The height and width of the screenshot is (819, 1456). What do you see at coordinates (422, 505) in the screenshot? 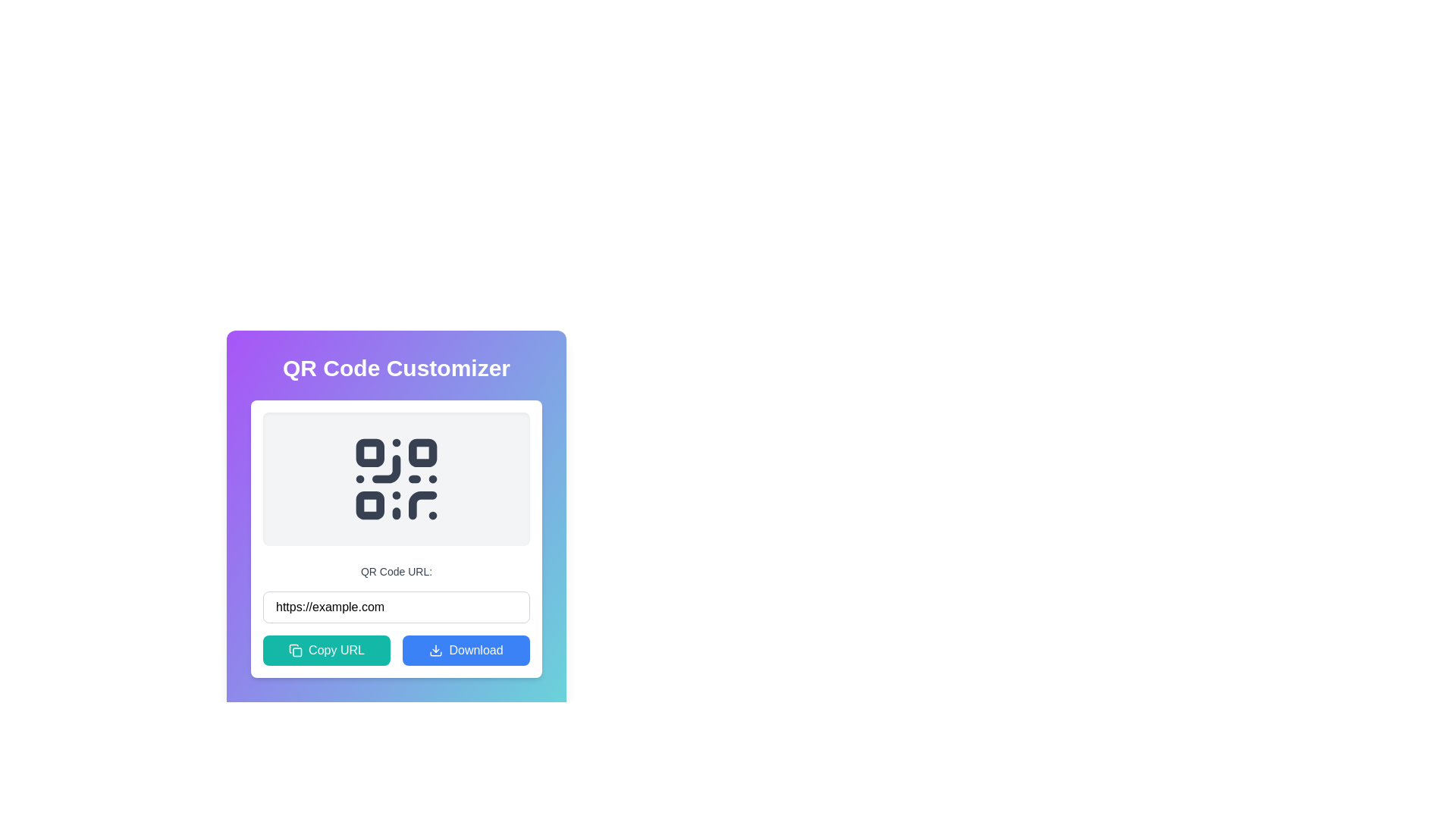
I see `small curve or arc decorative element located in the bottom right section of the QR code graphic by clicking on it` at bounding box center [422, 505].